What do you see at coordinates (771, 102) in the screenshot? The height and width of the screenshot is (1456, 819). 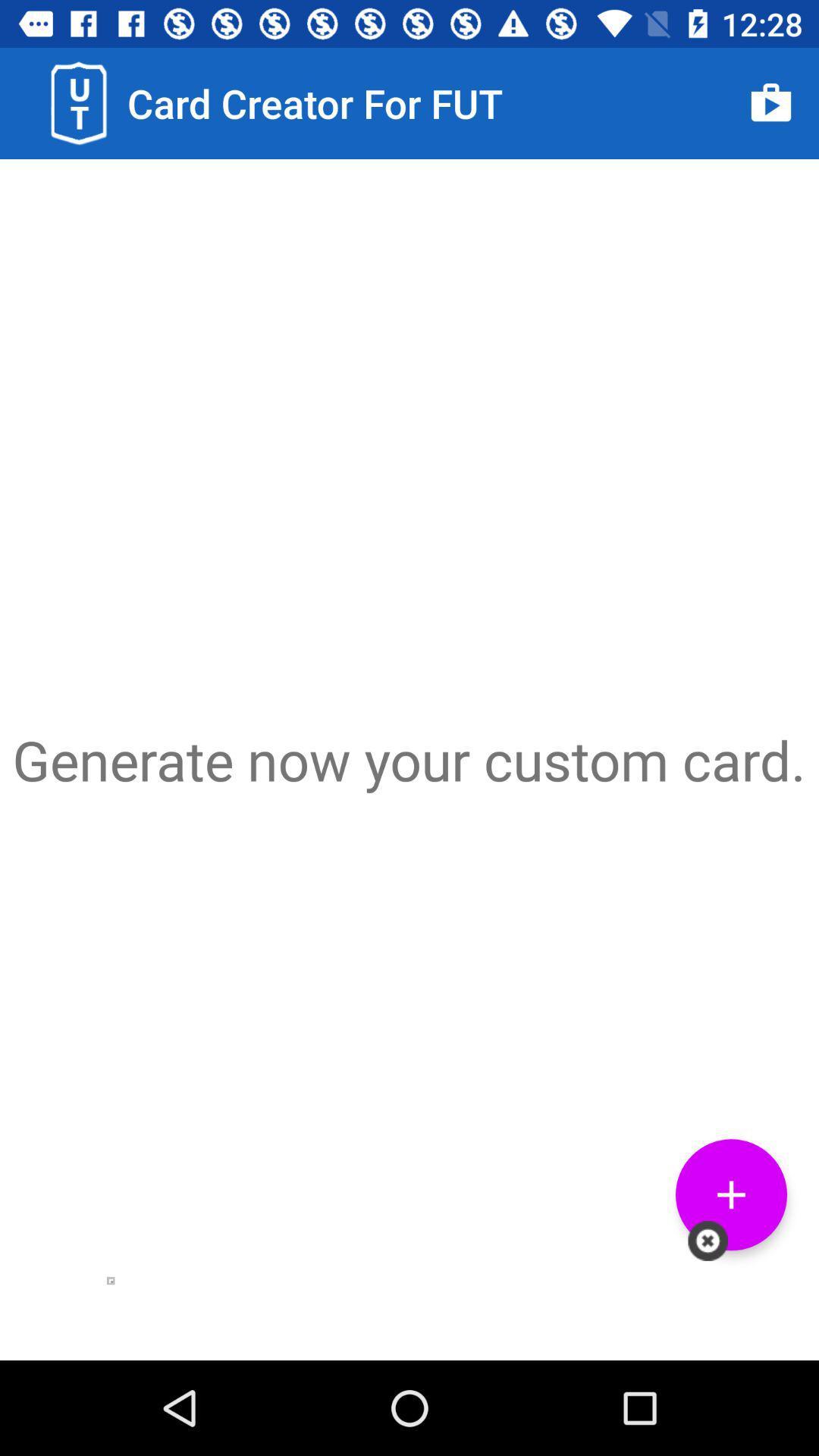 I see `the app next to the card creator for icon` at bounding box center [771, 102].